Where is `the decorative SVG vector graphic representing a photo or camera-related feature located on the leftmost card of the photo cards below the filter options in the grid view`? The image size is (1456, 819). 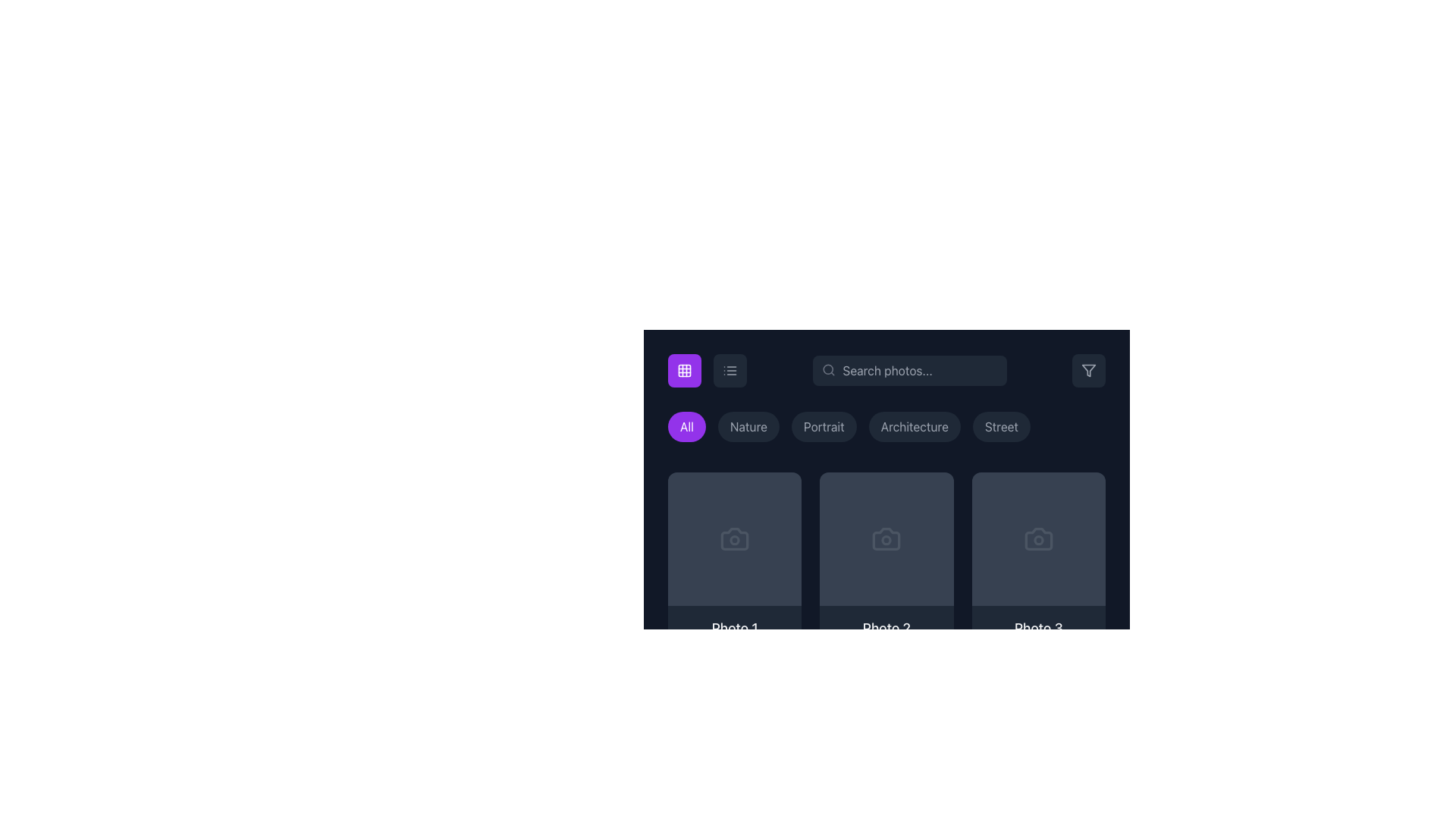
the decorative SVG vector graphic representing a photo or camera-related feature located on the leftmost card of the photo cards below the filter options in the grid view is located at coordinates (735, 538).